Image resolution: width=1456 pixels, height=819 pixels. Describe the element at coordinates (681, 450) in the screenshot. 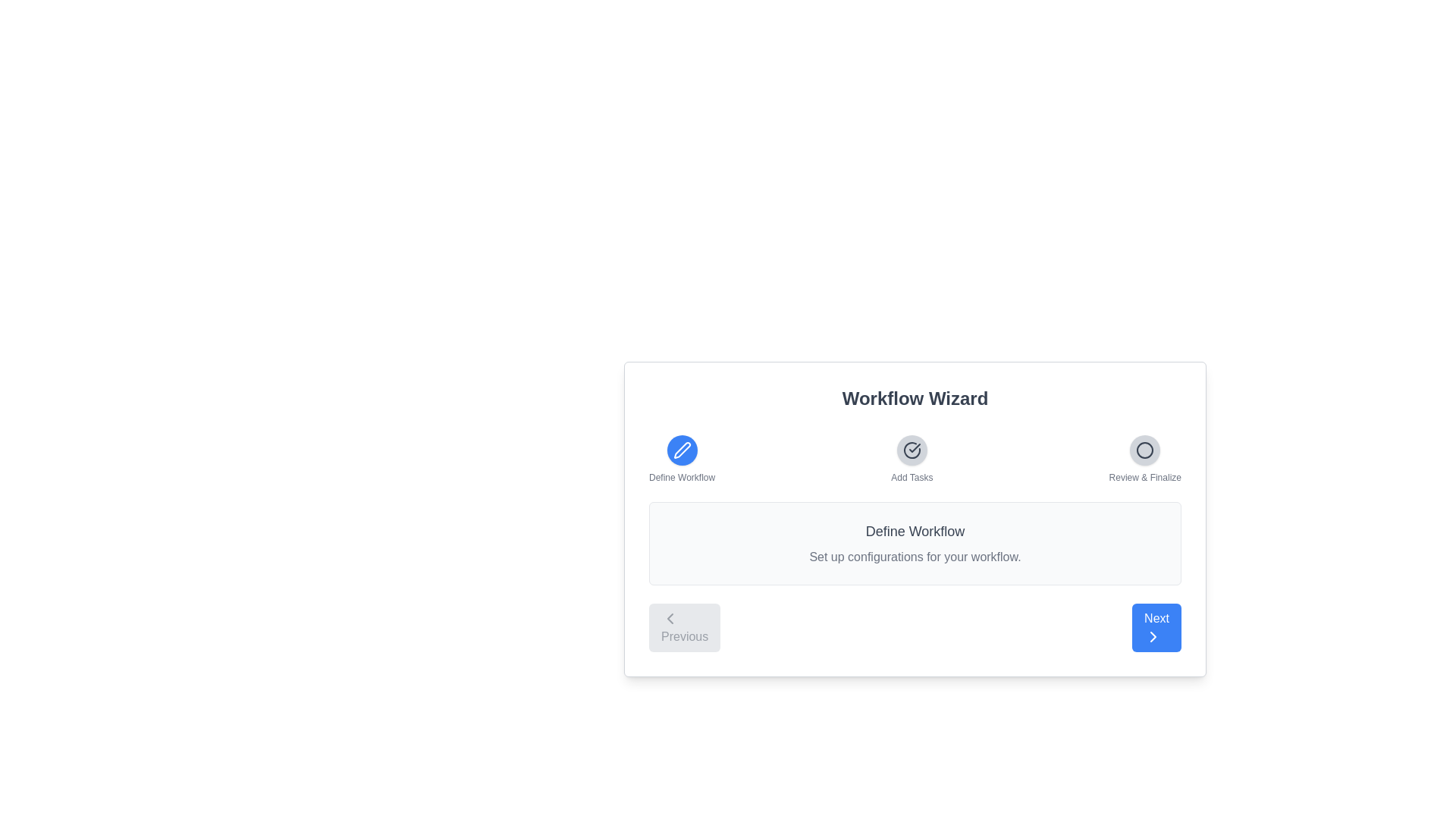

I see `the 'Define Workflow' icon located at the left end of the top row in the workflow wizard interface` at that location.